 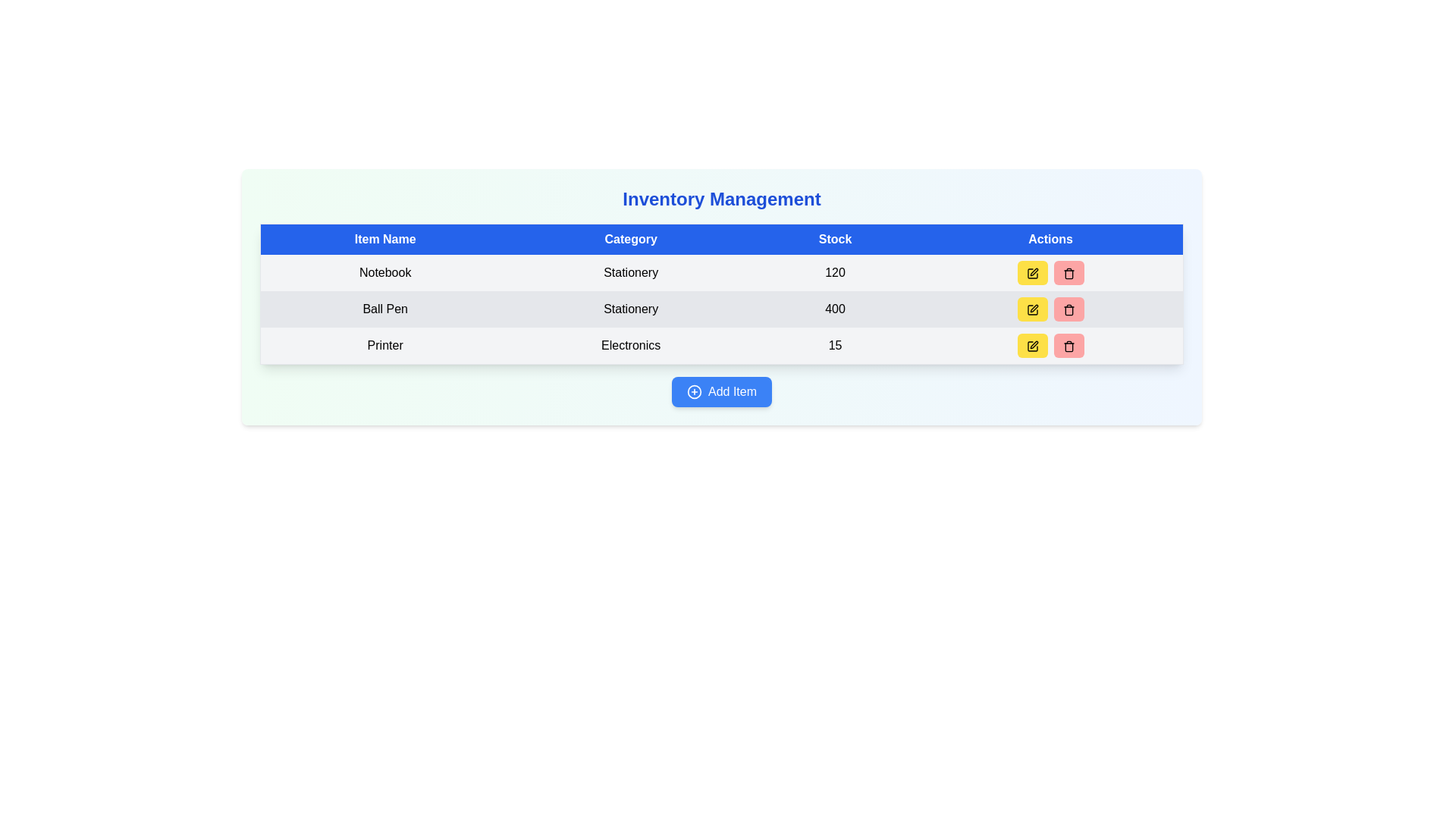 I want to click on the text label indicating the stock quantity of 120 units in the inventory management table, located in the third column of the first row under the 'Stock' header, so click(x=834, y=271).